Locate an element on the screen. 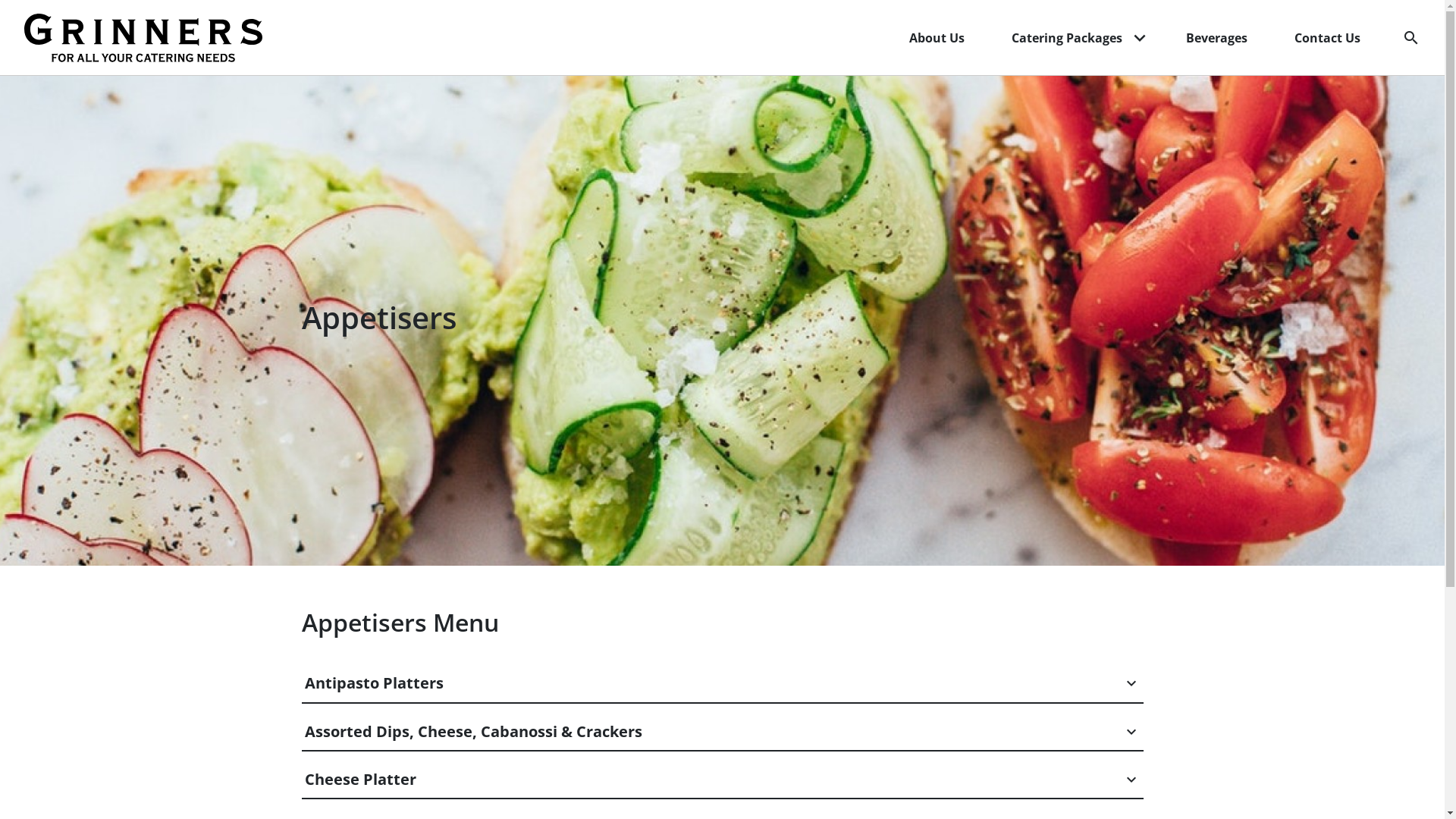 The height and width of the screenshot is (819, 1456). 'Contact Us' is located at coordinates (1281, 37).